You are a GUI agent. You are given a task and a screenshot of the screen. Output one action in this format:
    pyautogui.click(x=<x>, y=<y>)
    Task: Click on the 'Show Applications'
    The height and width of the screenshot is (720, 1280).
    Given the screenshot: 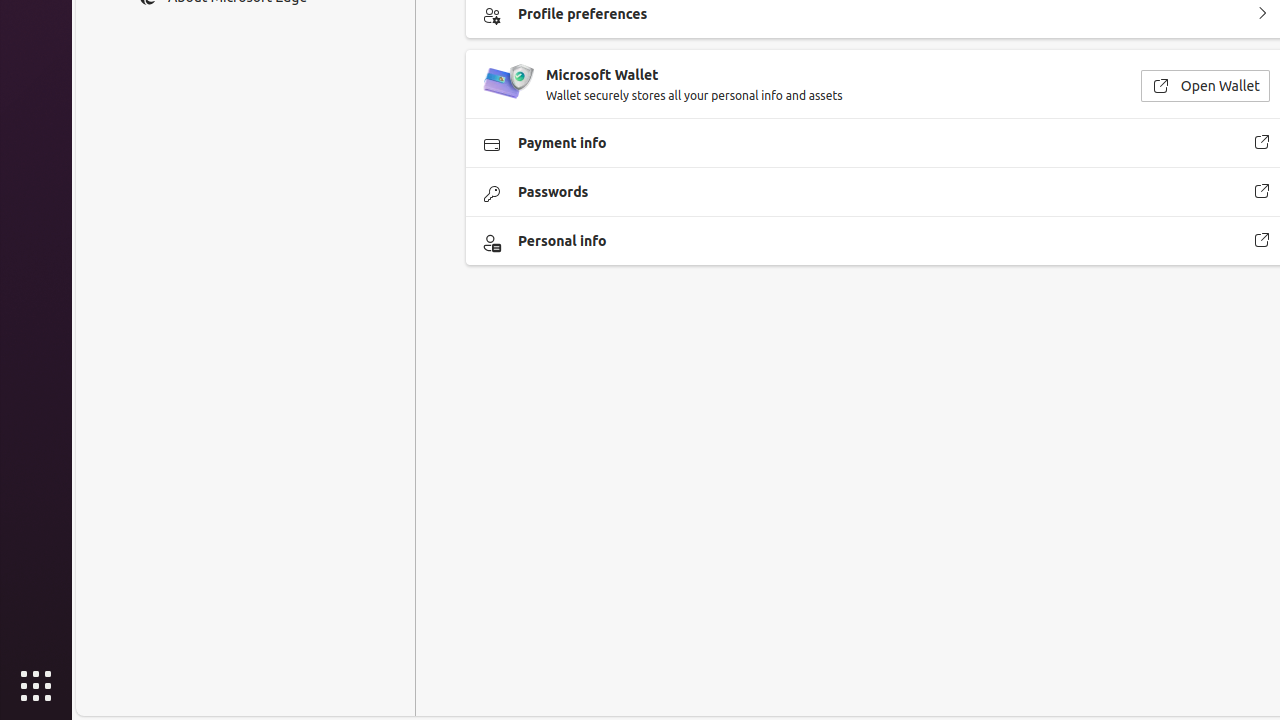 What is the action you would take?
    pyautogui.click(x=35, y=685)
    